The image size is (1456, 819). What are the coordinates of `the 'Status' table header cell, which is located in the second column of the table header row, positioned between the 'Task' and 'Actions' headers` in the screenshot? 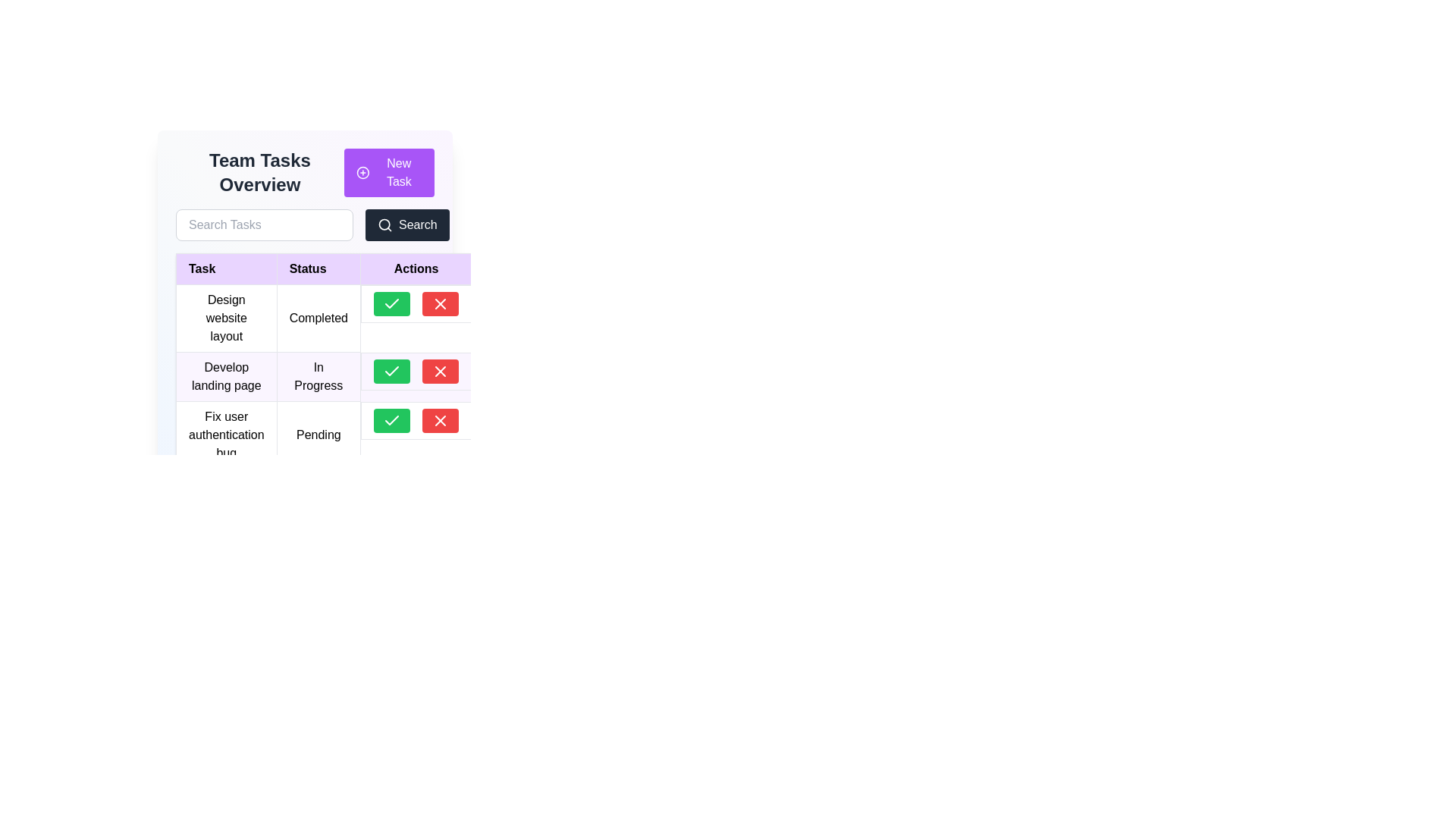 It's located at (318, 268).